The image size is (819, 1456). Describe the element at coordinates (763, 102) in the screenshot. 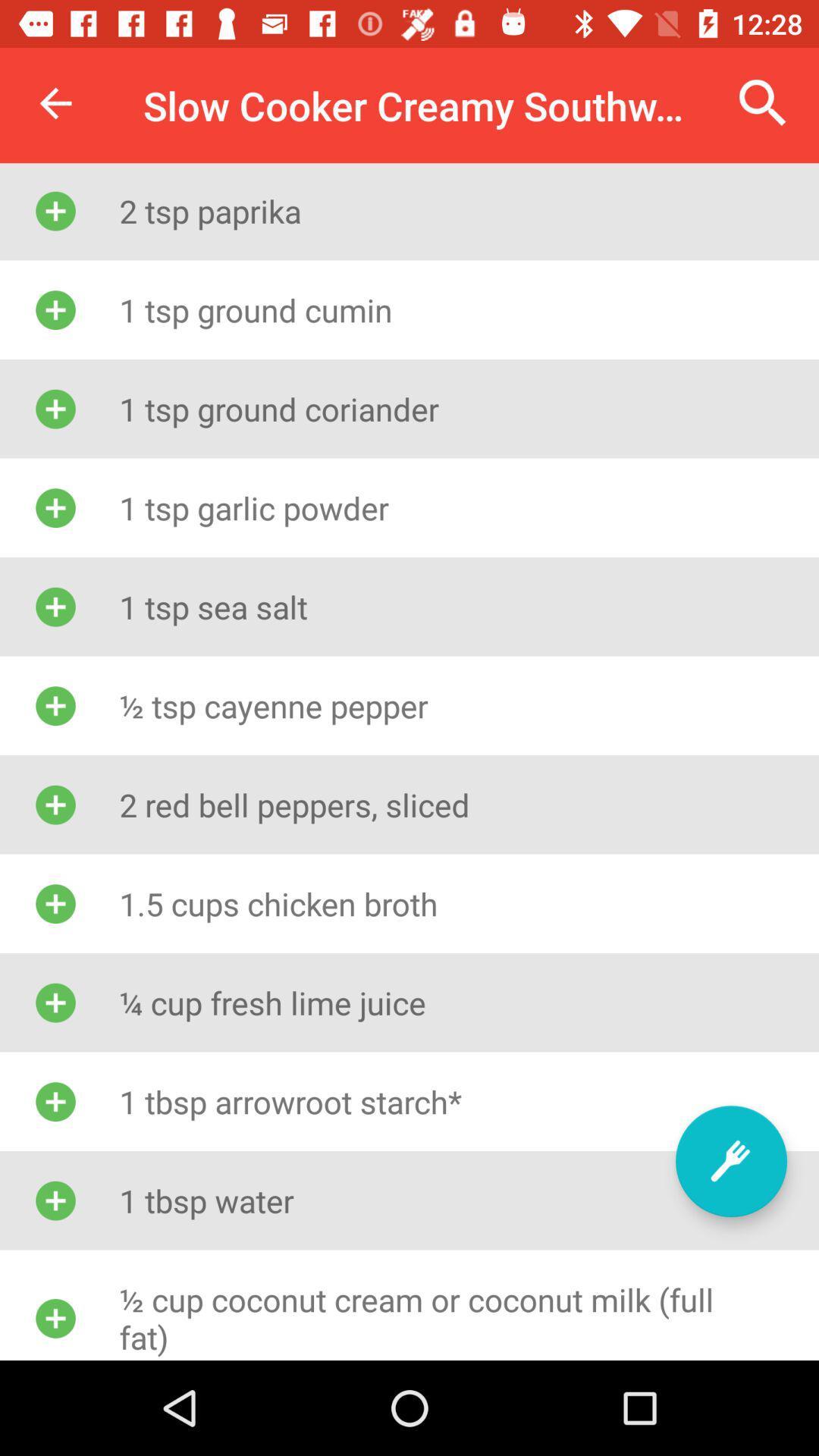

I see `the item to the right of the slow cooker creamy` at that location.